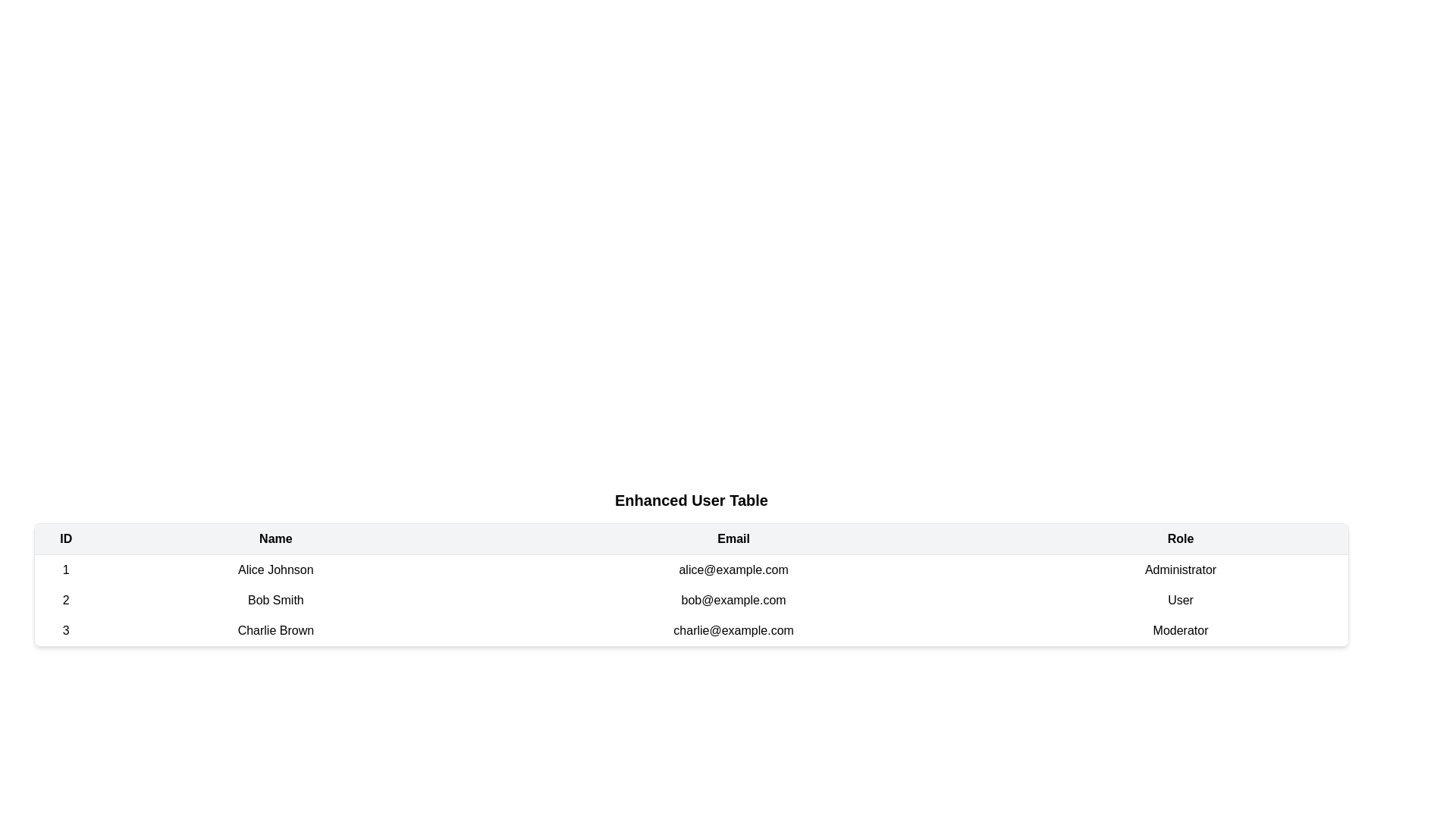 This screenshot has height=819, width=1456. I want to click on the static text component displaying the unique ID for user 'Bob Smith' in the second row of the table under the 'ID' column, so click(65, 599).